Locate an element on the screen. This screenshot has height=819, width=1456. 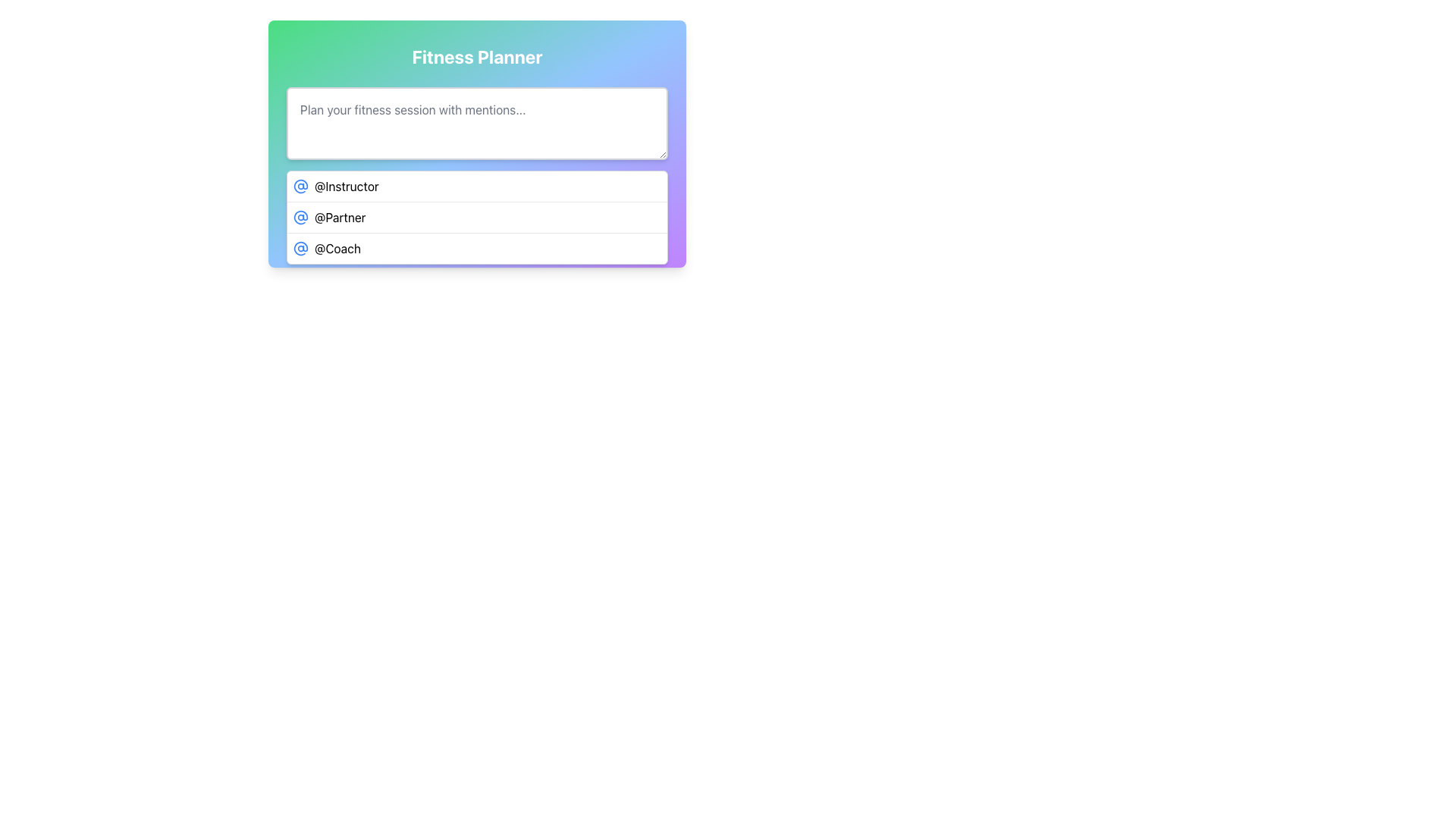
the SVG Icon representing the '@Coach' mention, located in the third row under 'Fitness Planner', to the left of the text '@Coach' is located at coordinates (301, 247).